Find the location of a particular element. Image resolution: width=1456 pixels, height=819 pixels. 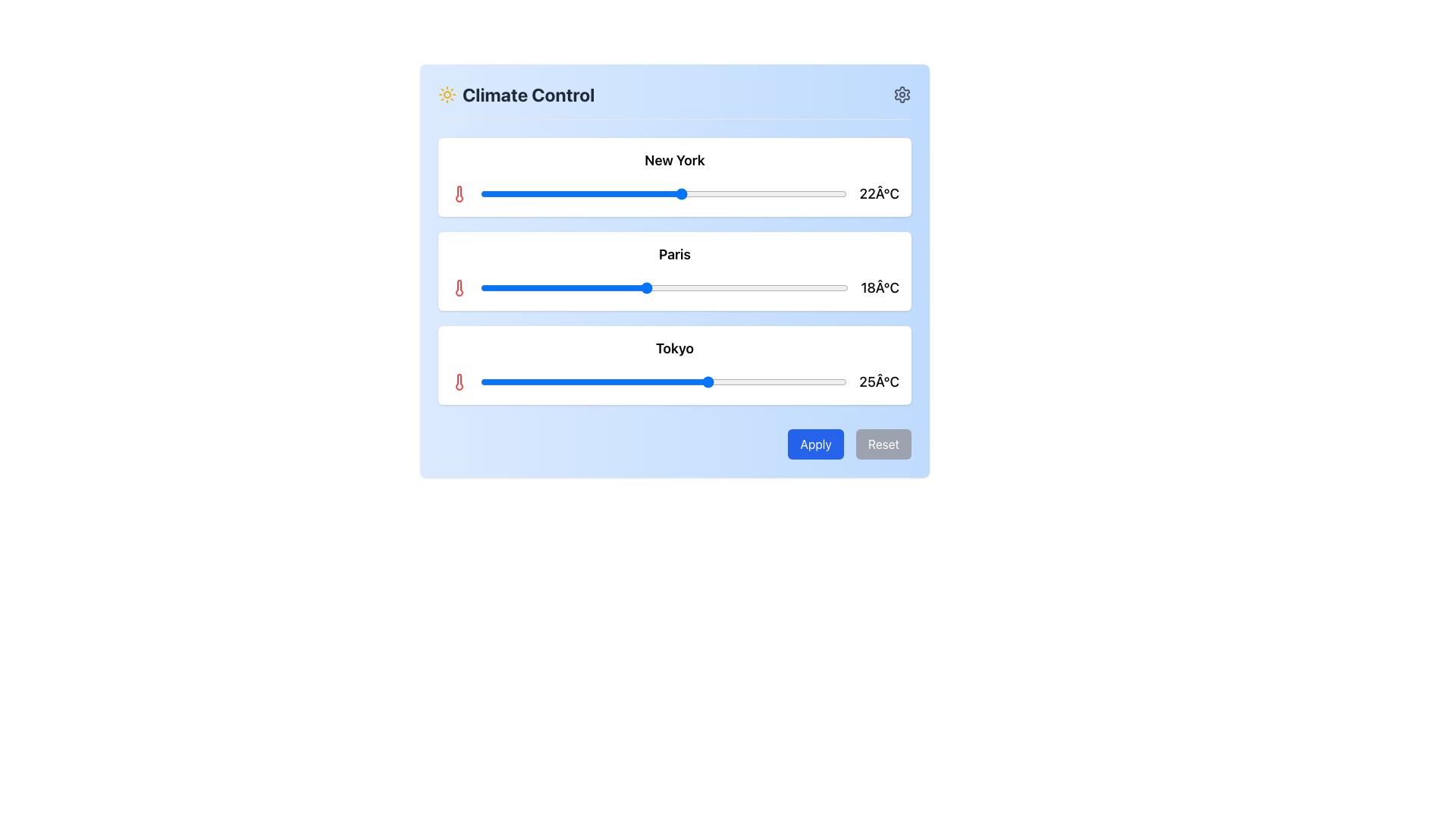

the 'Climate Control' text label, which is styled in a bold, large font and located near a small yellow sun-shaped icon is located at coordinates (529, 94).